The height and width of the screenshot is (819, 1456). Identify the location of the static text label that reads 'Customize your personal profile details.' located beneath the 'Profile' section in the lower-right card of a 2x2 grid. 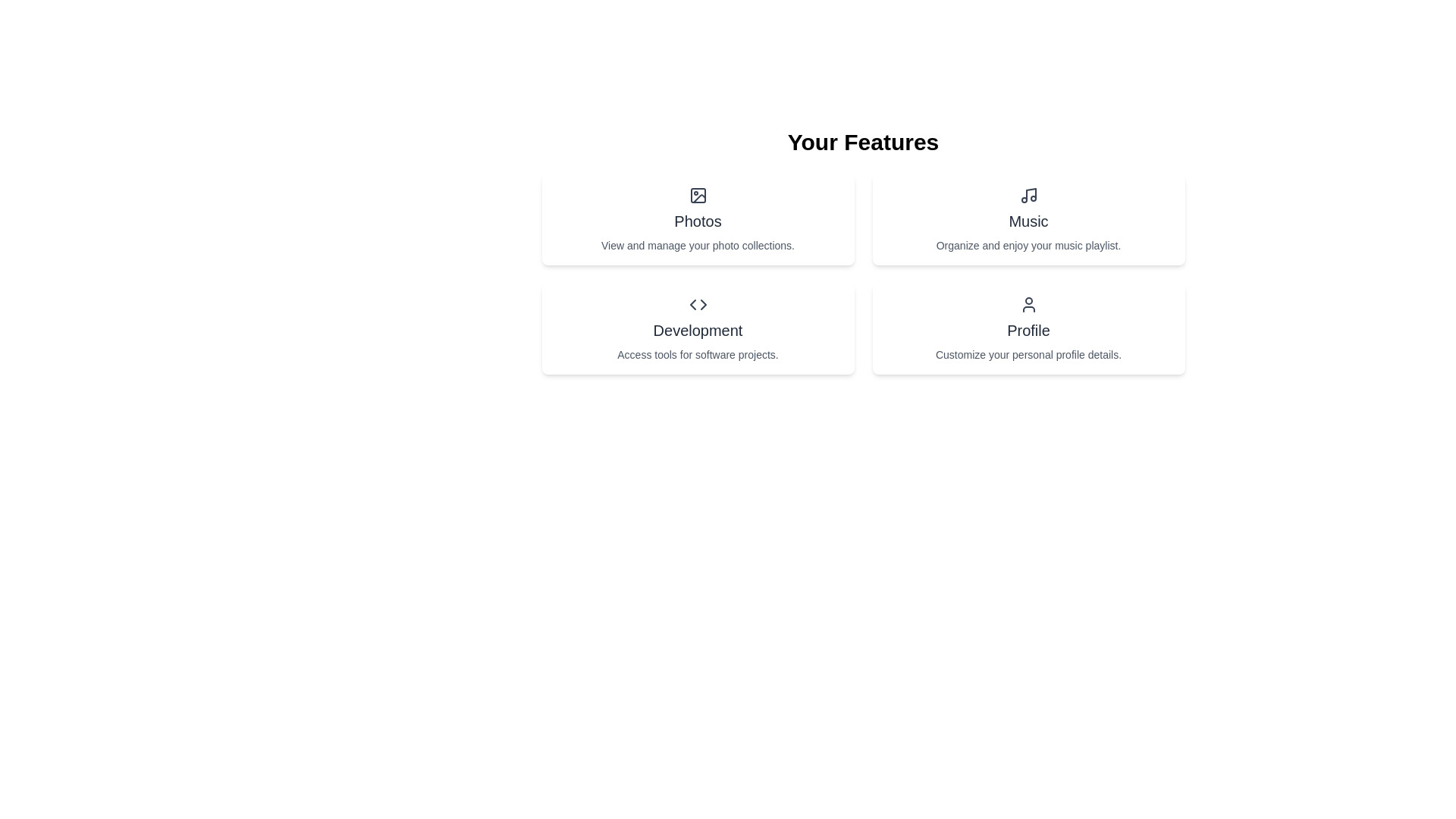
(1028, 354).